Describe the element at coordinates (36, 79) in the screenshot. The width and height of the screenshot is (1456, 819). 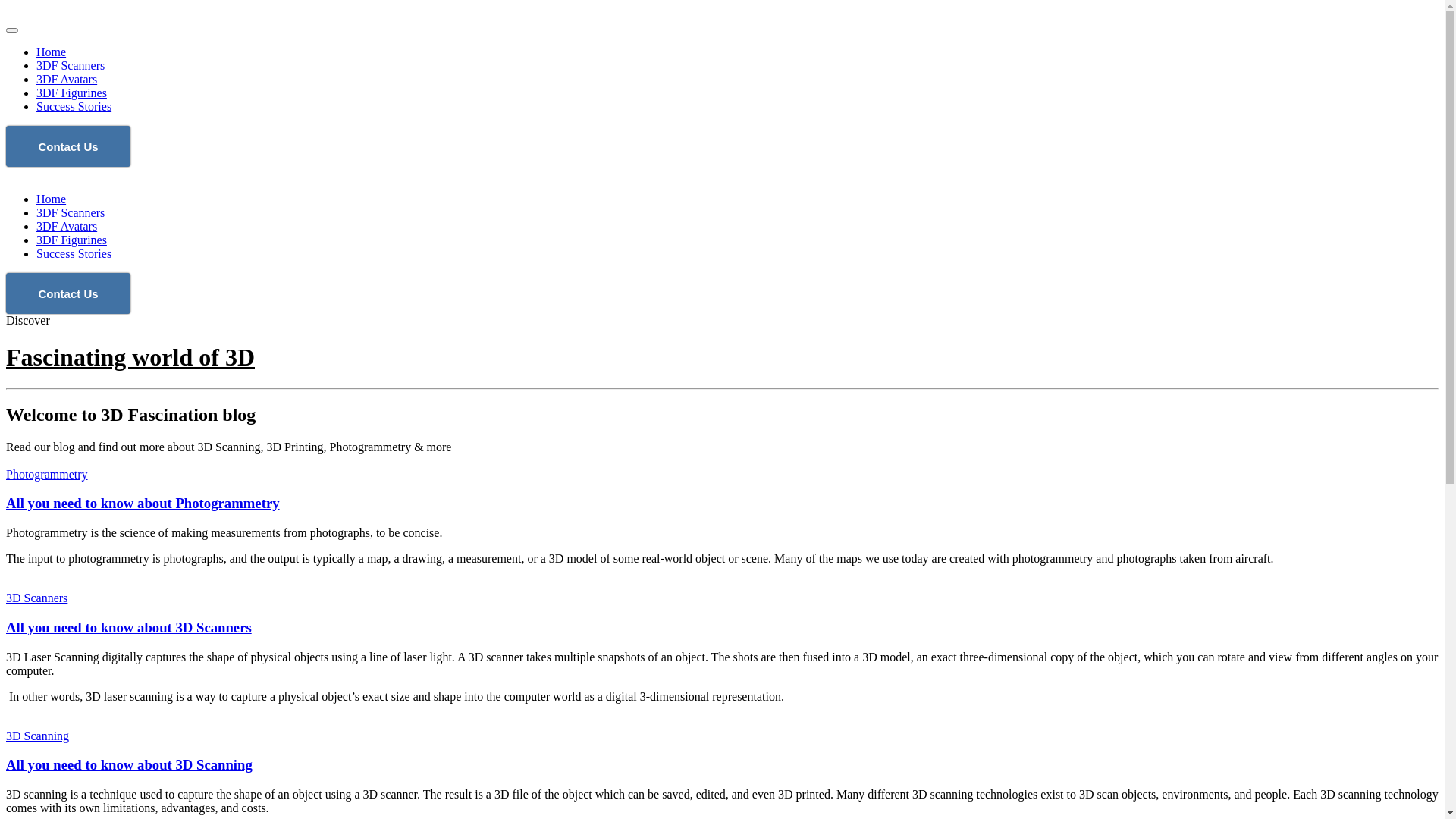
I see `'3DF Avatars'` at that location.